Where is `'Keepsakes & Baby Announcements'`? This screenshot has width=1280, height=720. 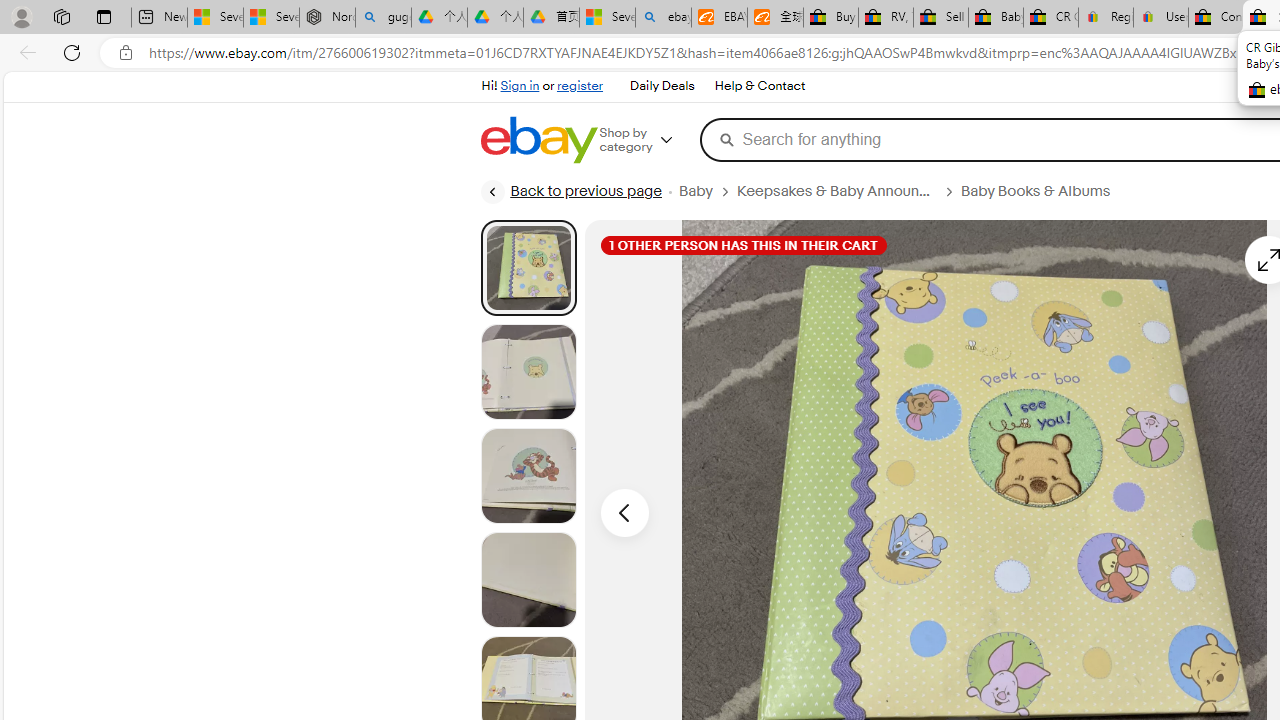 'Keepsakes & Baby Announcements' is located at coordinates (836, 191).